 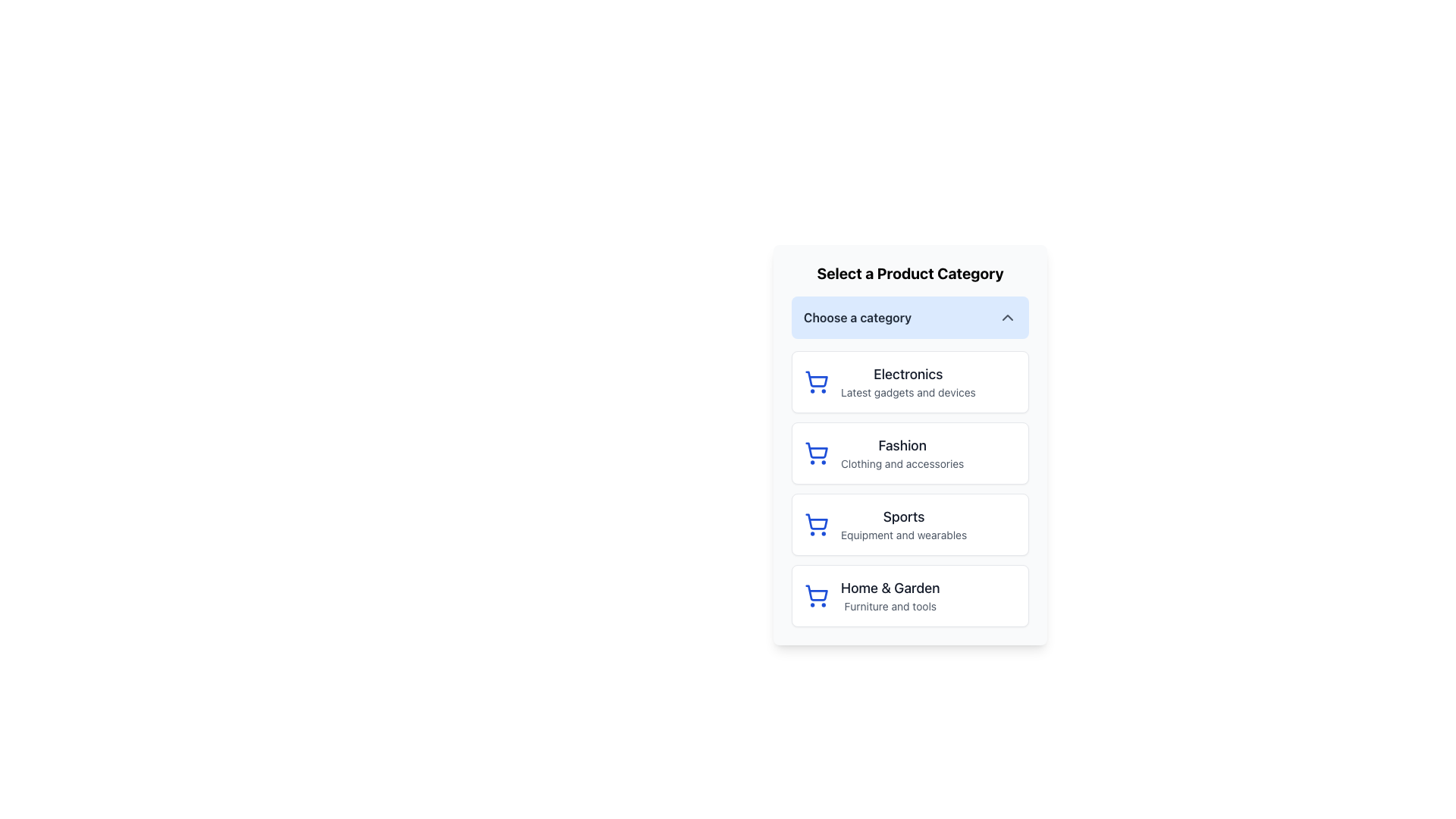 I want to click on the 'Home & Garden' label located, so click(x=890, y=587).